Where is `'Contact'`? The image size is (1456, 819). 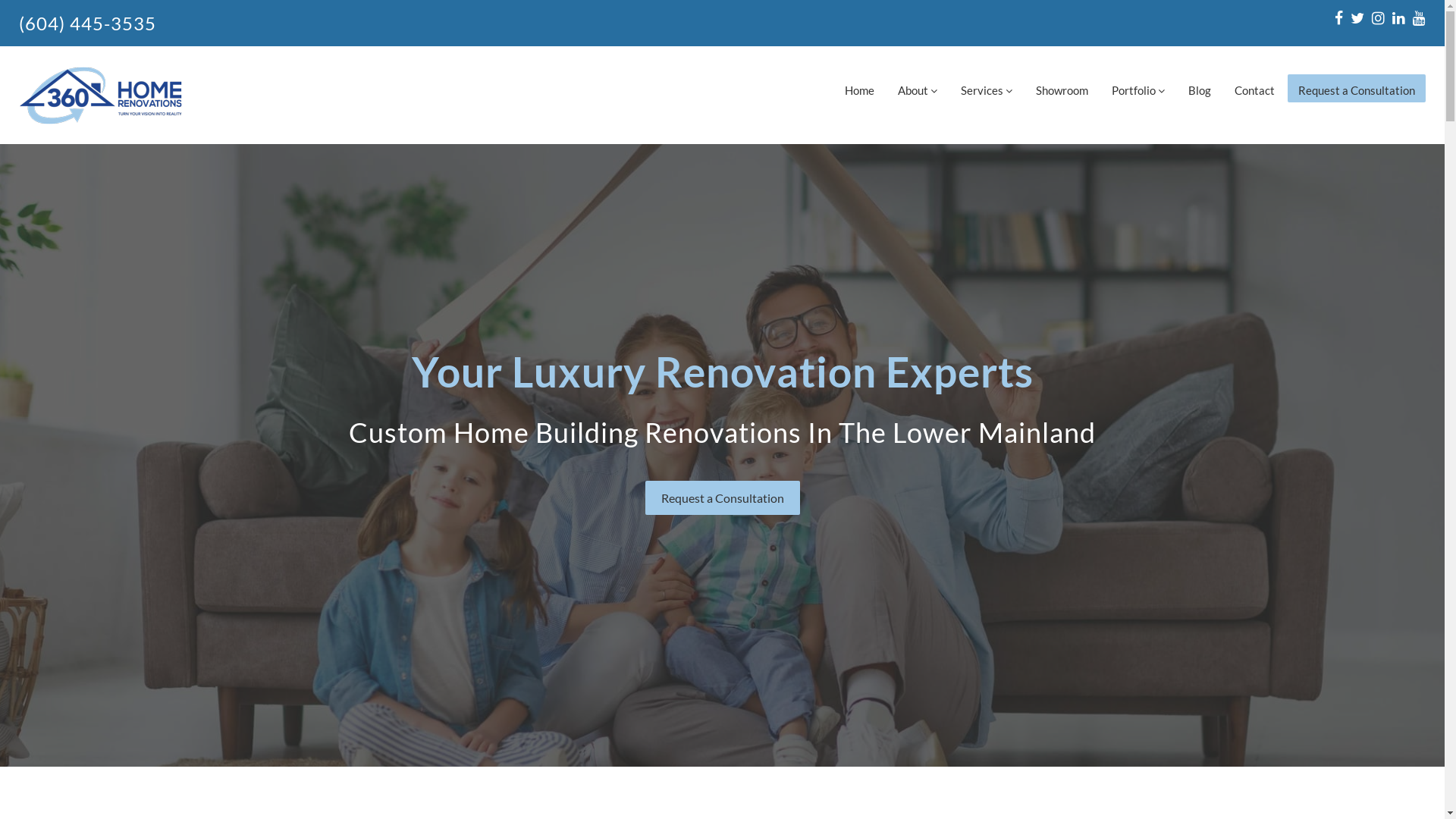
'Contact' is located at coordinates (1254, 88).